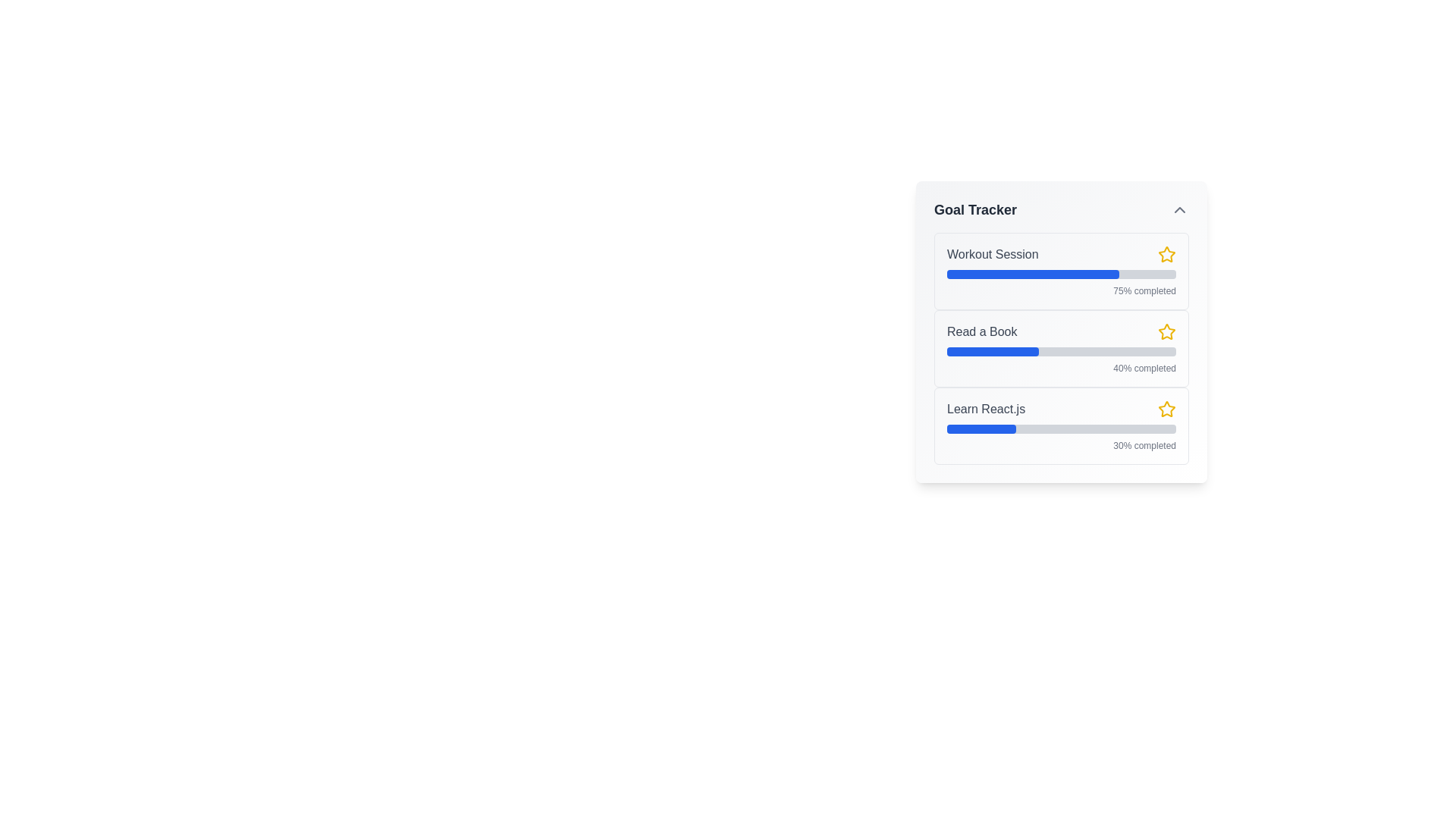 The height and width of the screenshot is (819, 1456). I want to click on text content of the 'Learn React.js' label, which is styled with medium-weight typography and a gray color, located within the 'Goal Tracker' section, so click(986, 409).